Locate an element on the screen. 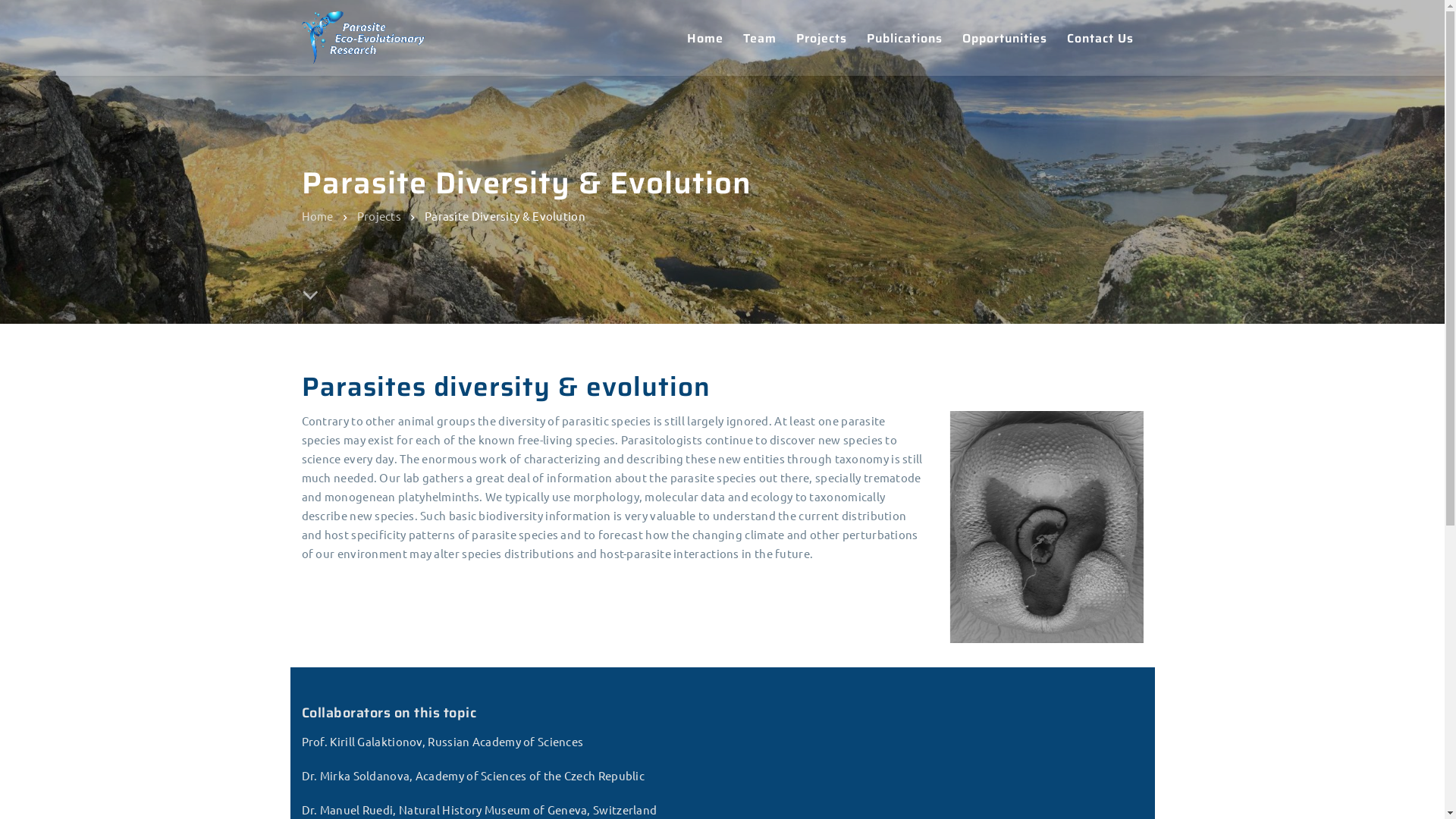 The width and height of the screenshot is (1456, 819). 'Projects' is located at coordinates (786, 37).